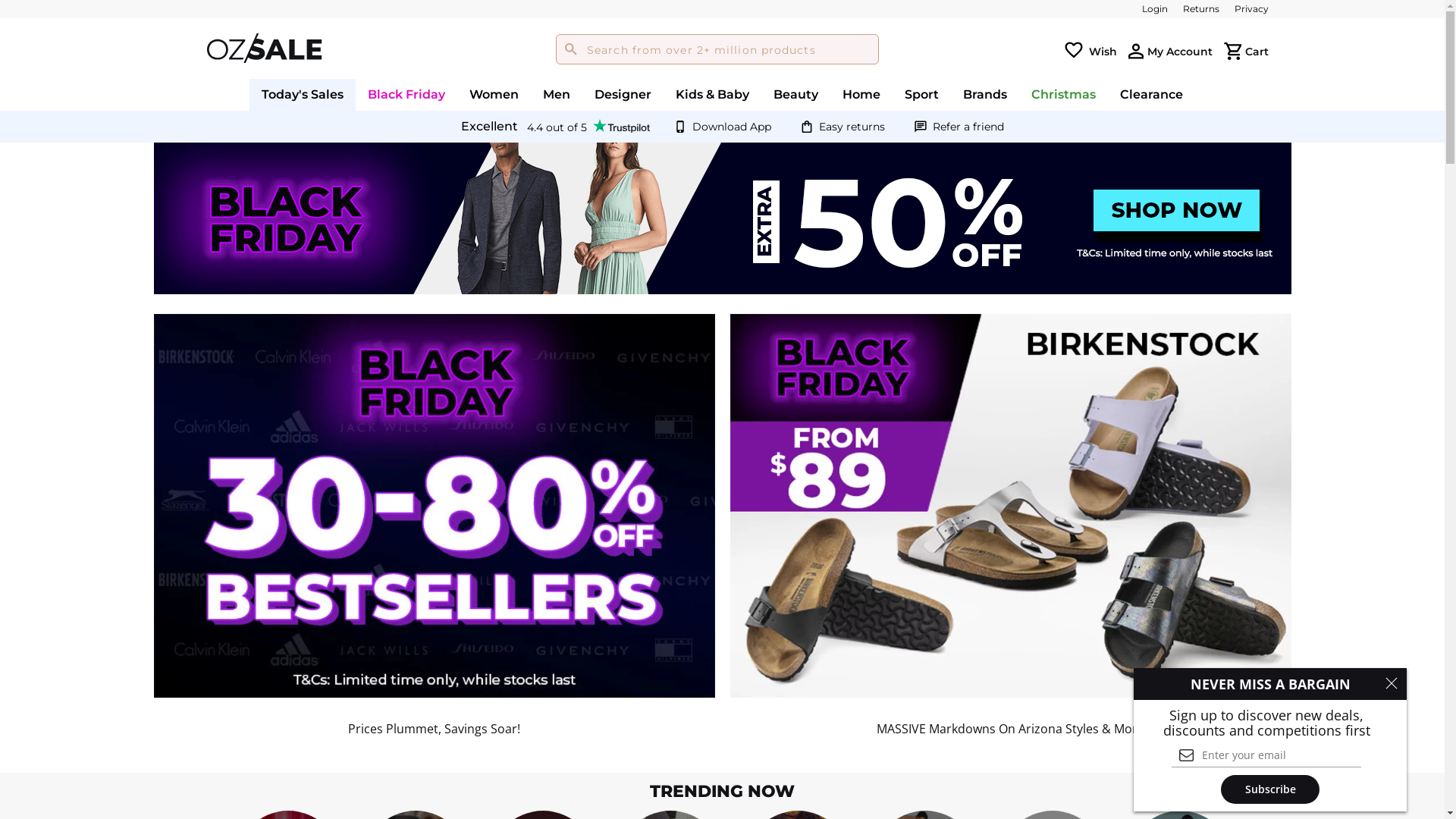 The height and width of the screenshot is (819, 1456). What do you see at coordinates (731, 126) in the screenshot?
I see `'Download App'` at bounding box center [731, 126].